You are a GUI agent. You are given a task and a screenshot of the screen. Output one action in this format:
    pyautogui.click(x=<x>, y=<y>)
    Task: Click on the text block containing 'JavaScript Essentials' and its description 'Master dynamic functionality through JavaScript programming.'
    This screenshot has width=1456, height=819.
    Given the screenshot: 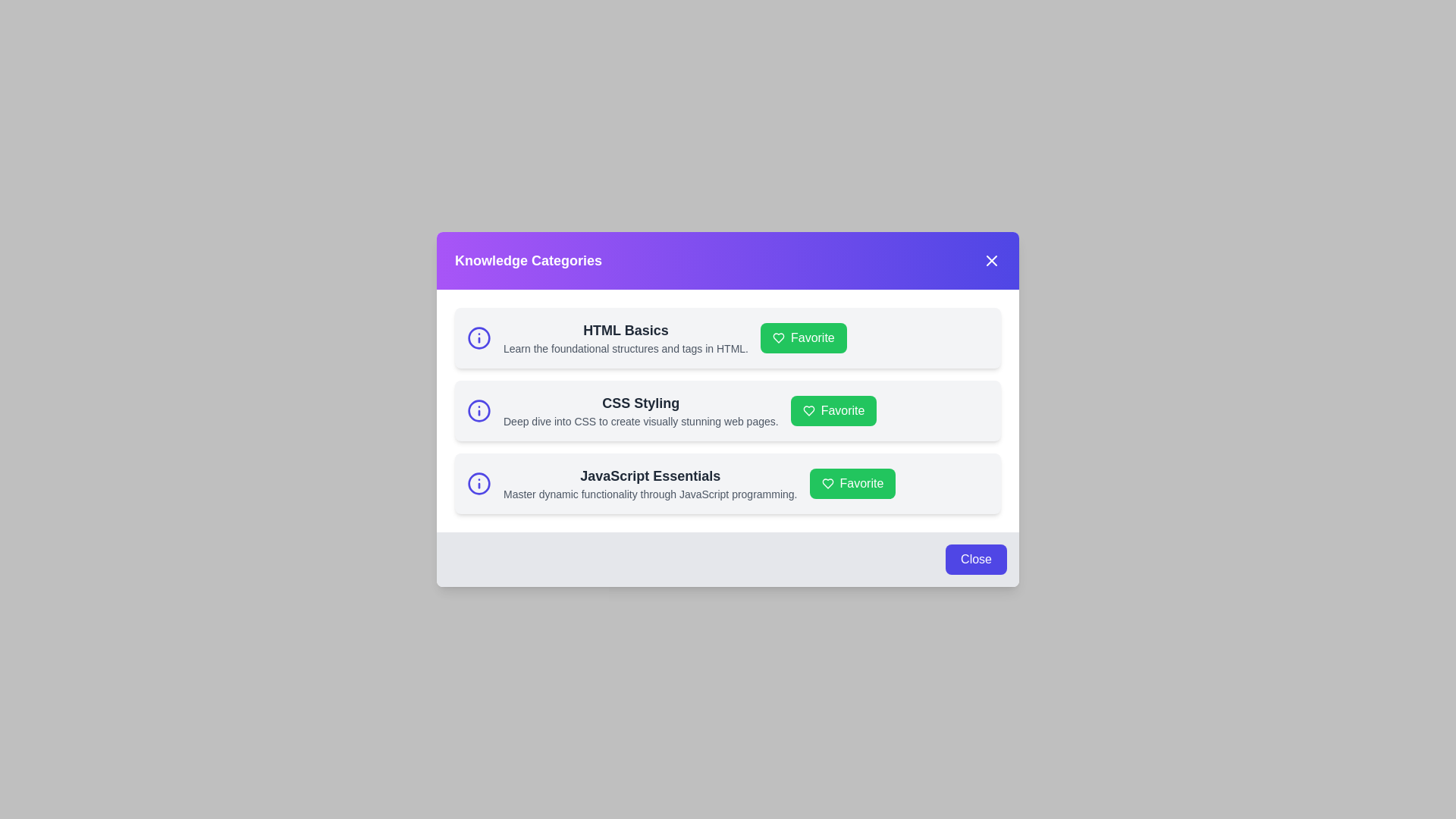 What is the action you would take?
    pyautogui.click(x=650, y=483)
    